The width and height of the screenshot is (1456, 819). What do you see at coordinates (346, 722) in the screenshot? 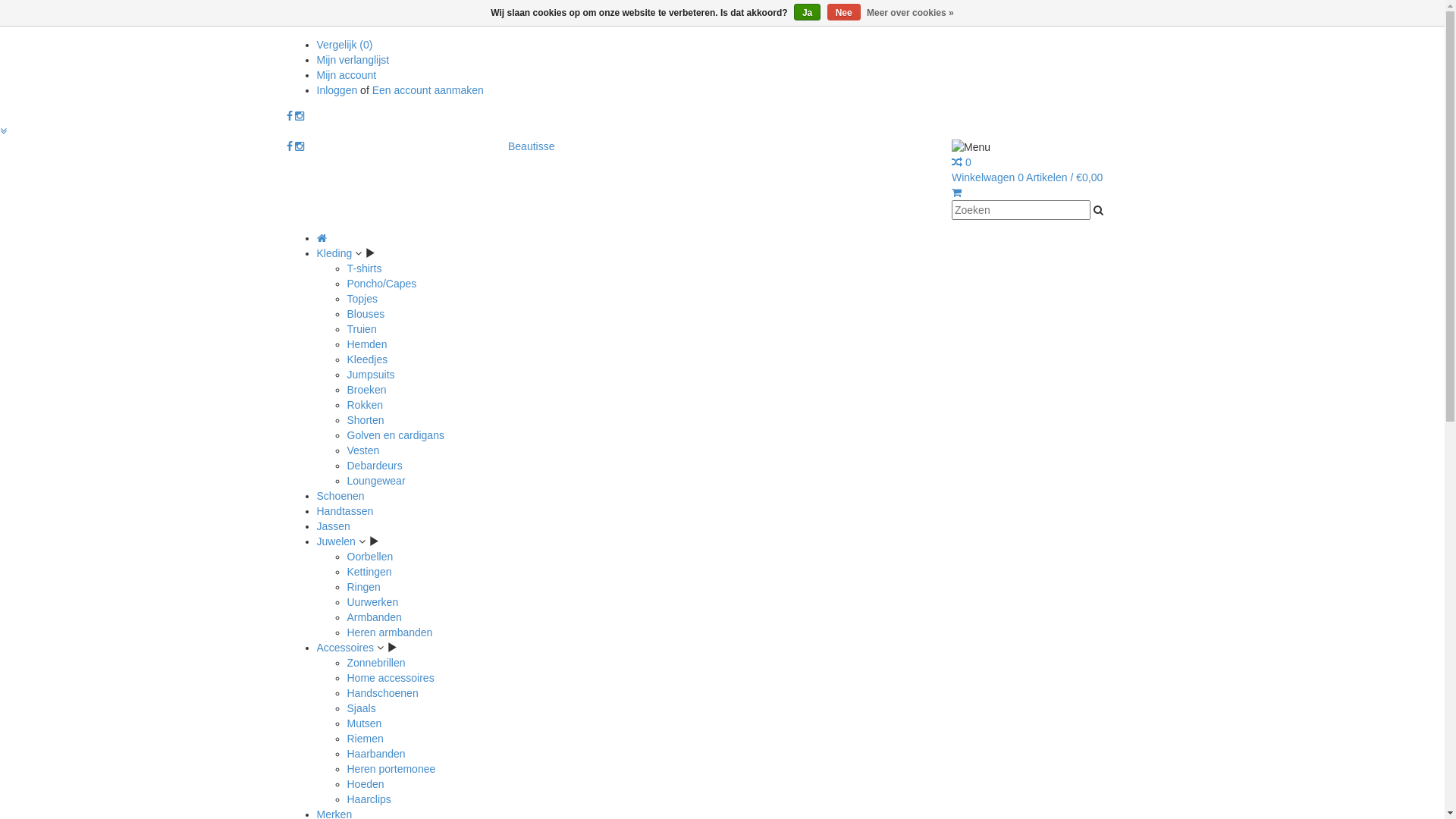
I see `'Mutsen'` at bounding box center [346, 722].